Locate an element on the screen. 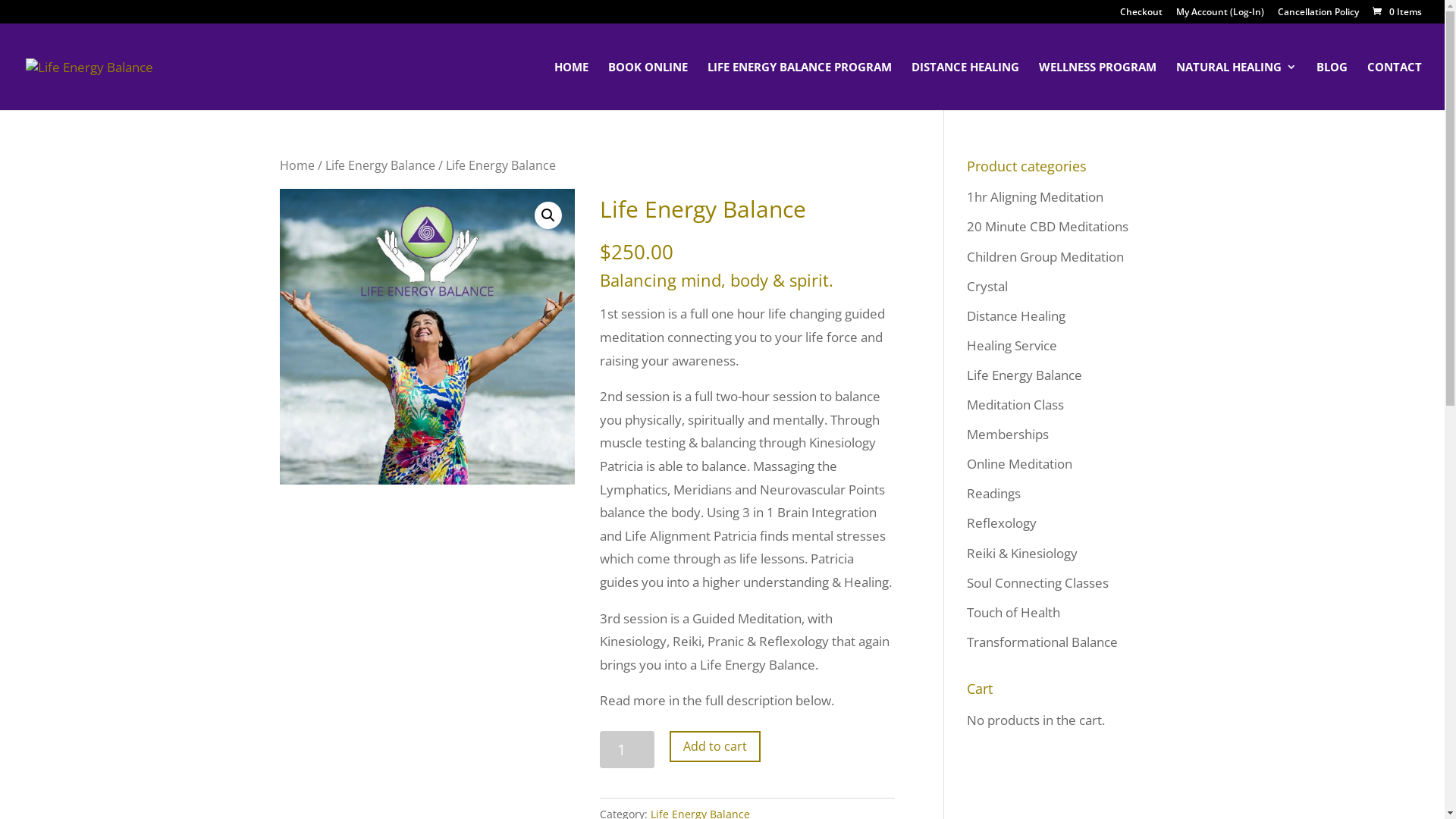 The image size is (1456, 819). 'Life-Energy-Balance' is located at coordinates (425, 335).